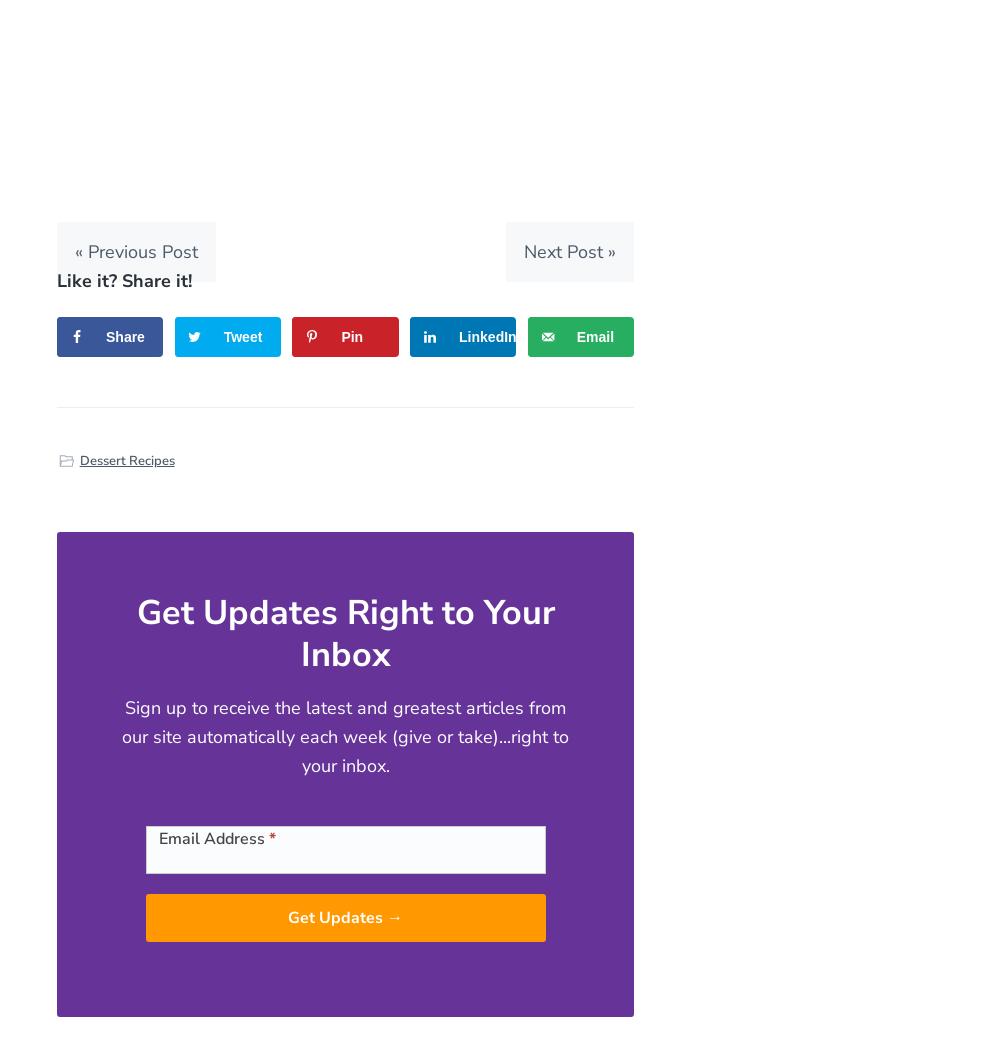  Describe the element at coordinates (343, 632) in the screenshot. I see `'Get Updates Right to Your Inbox'` at that location.